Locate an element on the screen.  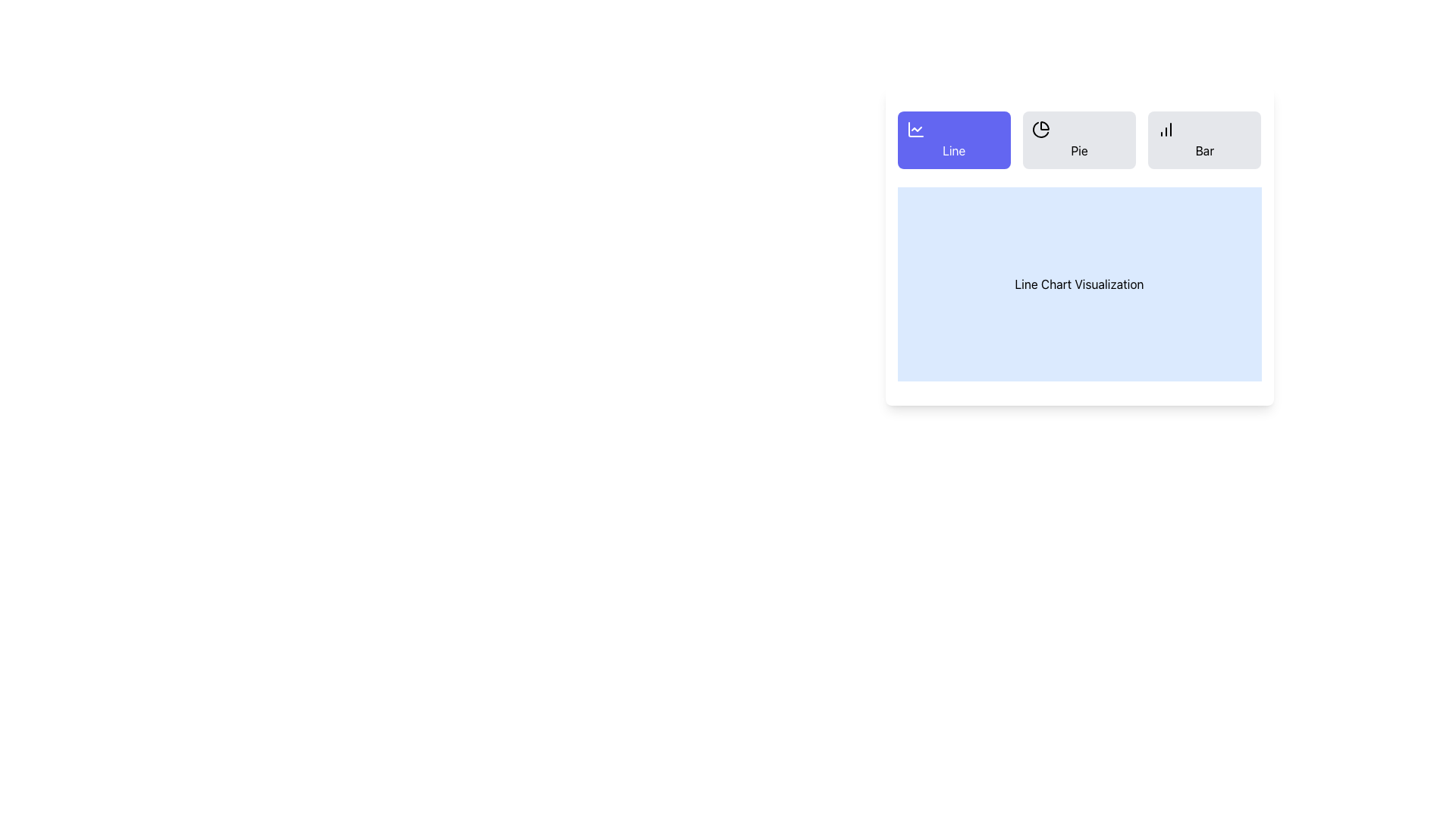
the 'Line' button in the button group is located at coordinates (1078, 140).